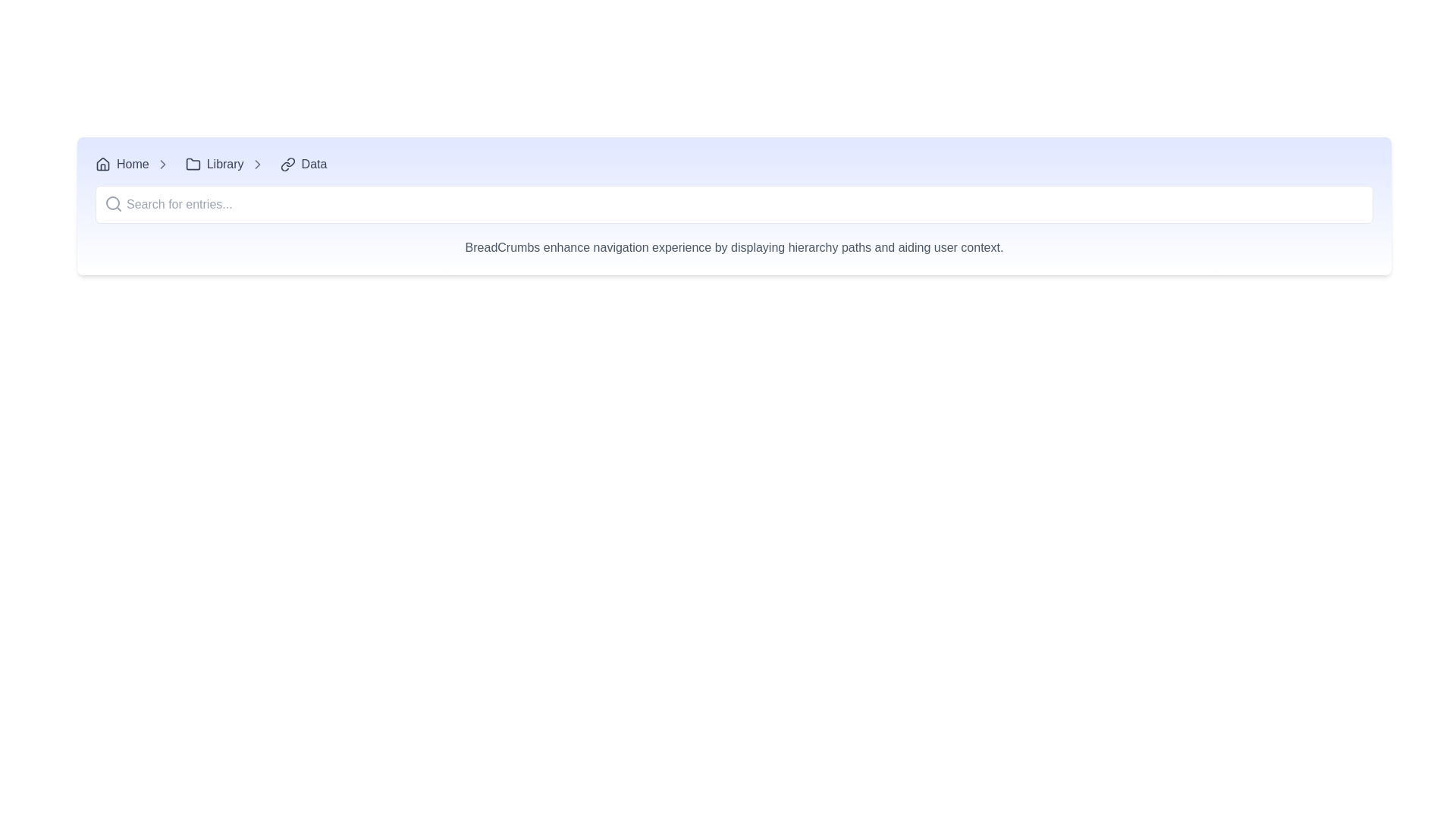 The image size is (1456, 819). I want to click on the 'Home' navigation link element located in the breadcrumb navigation bar to change its color from muted gray to indigo, so click(122, 164).